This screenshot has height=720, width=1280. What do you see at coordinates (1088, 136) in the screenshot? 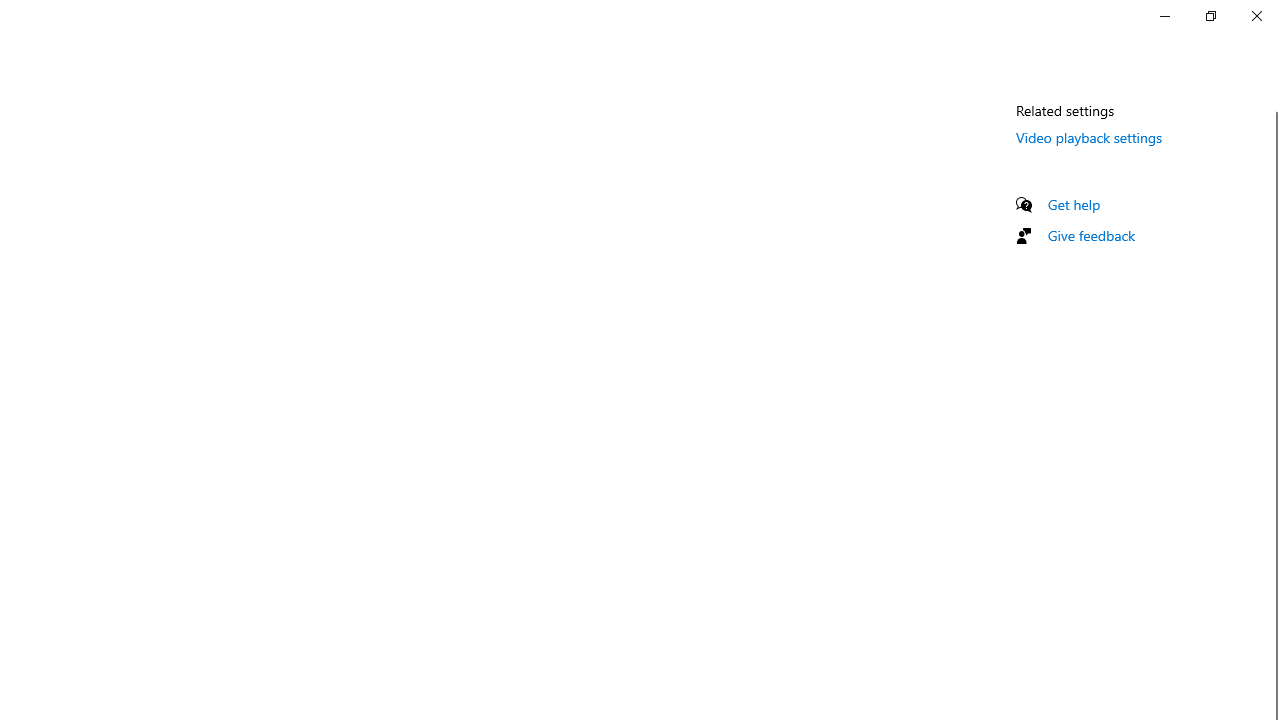
I see `'Video playback settings'` at bounding box center [1088, 136].